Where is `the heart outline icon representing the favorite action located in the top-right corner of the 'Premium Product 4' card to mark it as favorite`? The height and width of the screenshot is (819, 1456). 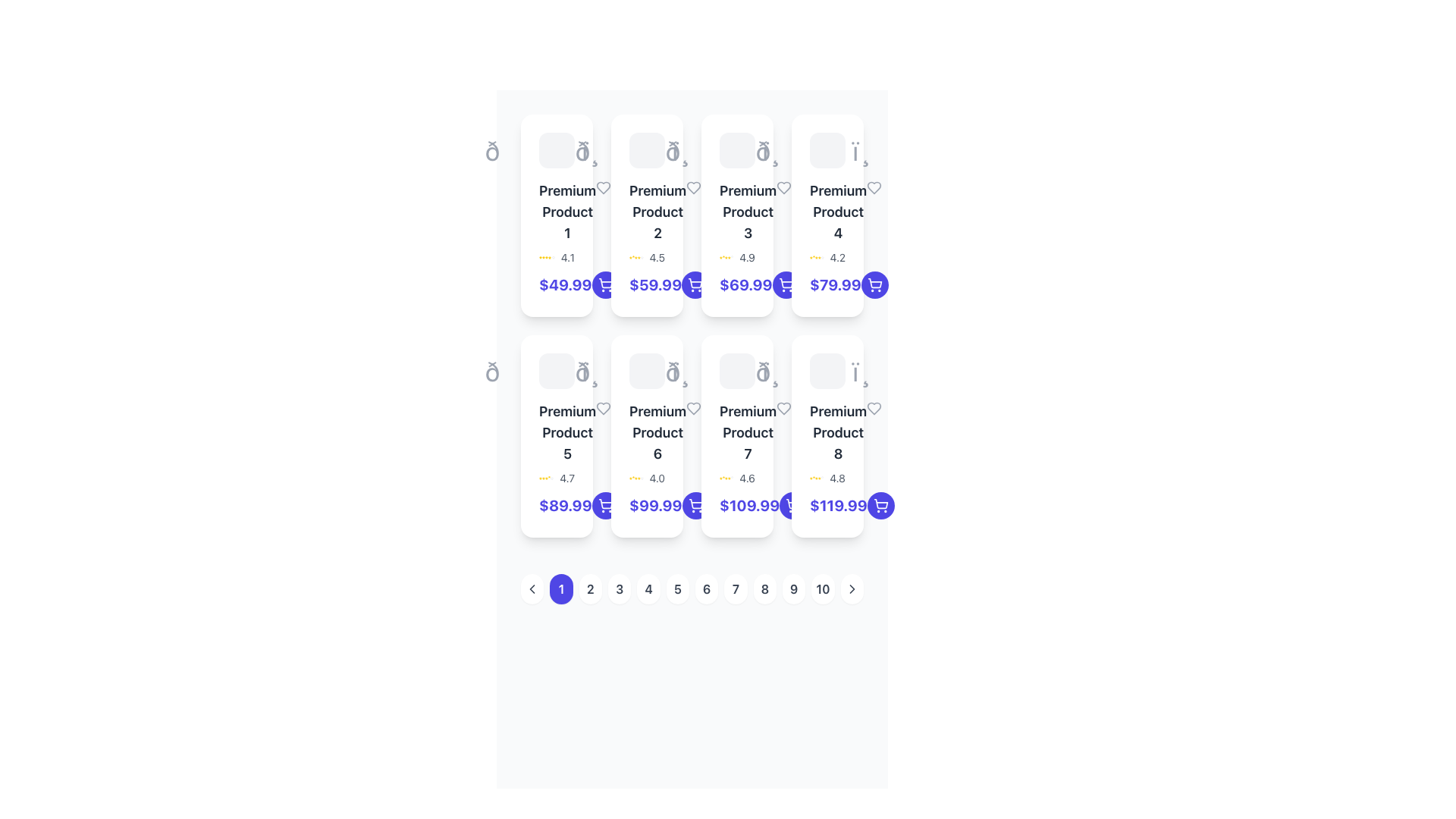
the heart outline icon representing the favorite action located in the top-right corner of the 'Premium Product 4' card to mark it as favorite is located at coordinates (874, 187).